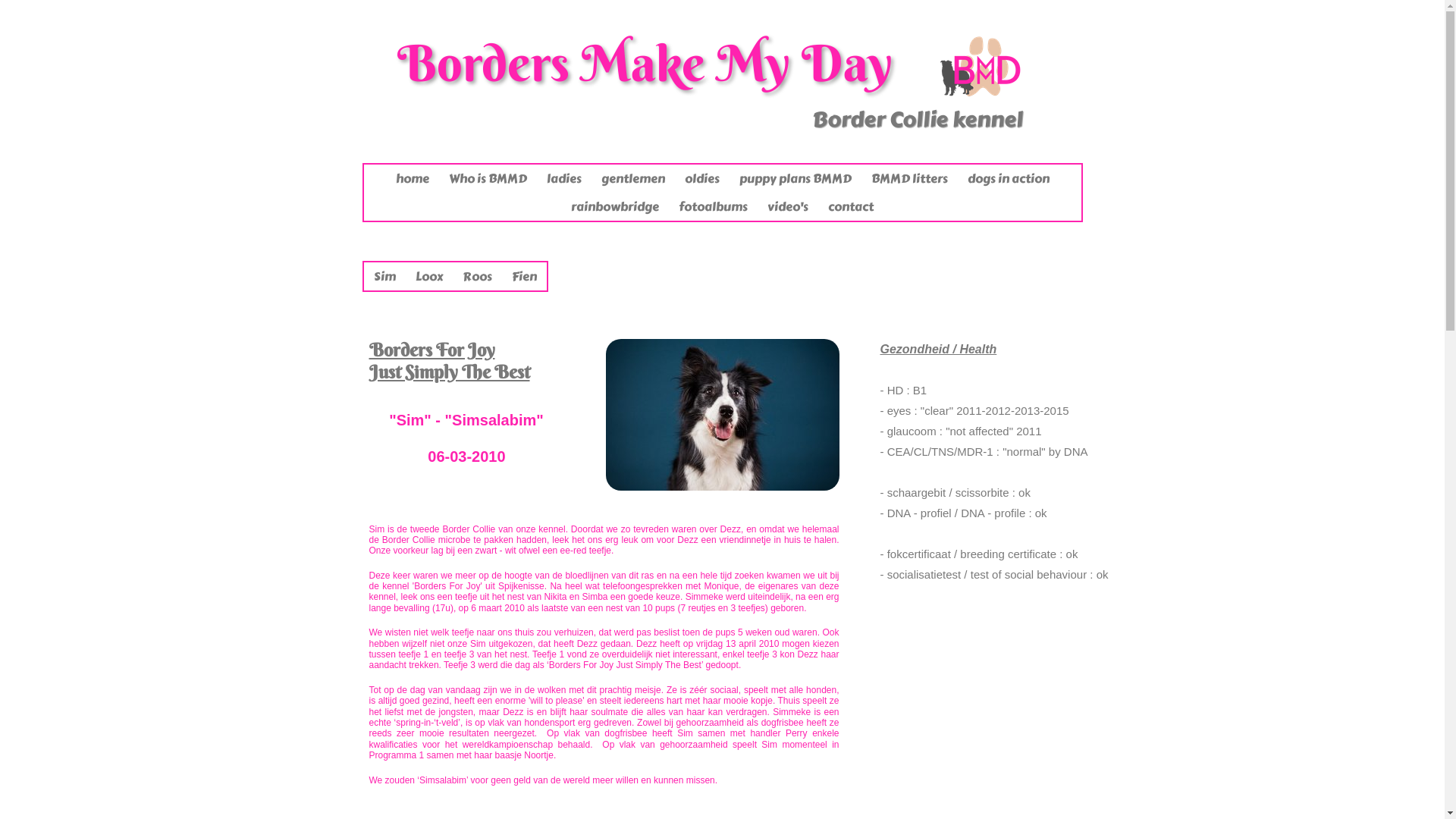 This screenshot has height=819, width=1456. I want to click on 'Loox', so click(428, 276).